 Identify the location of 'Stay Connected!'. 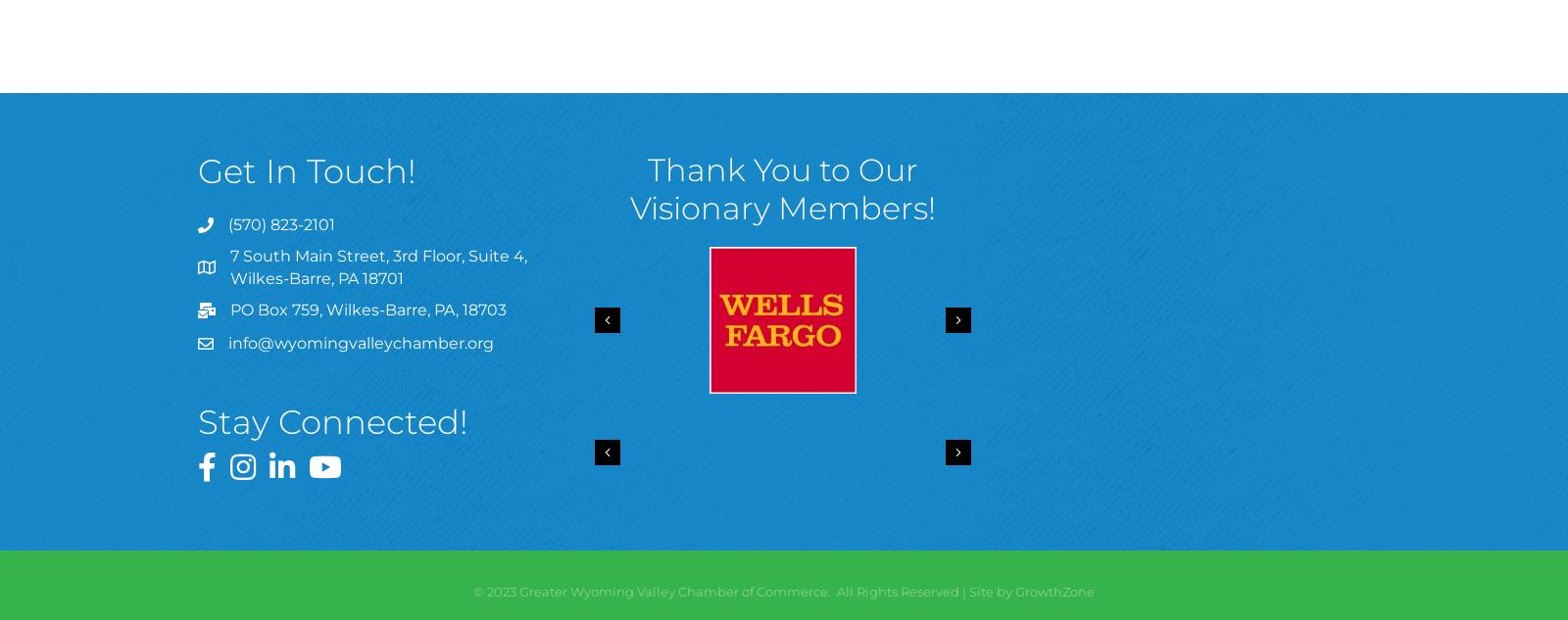
(333, 422).